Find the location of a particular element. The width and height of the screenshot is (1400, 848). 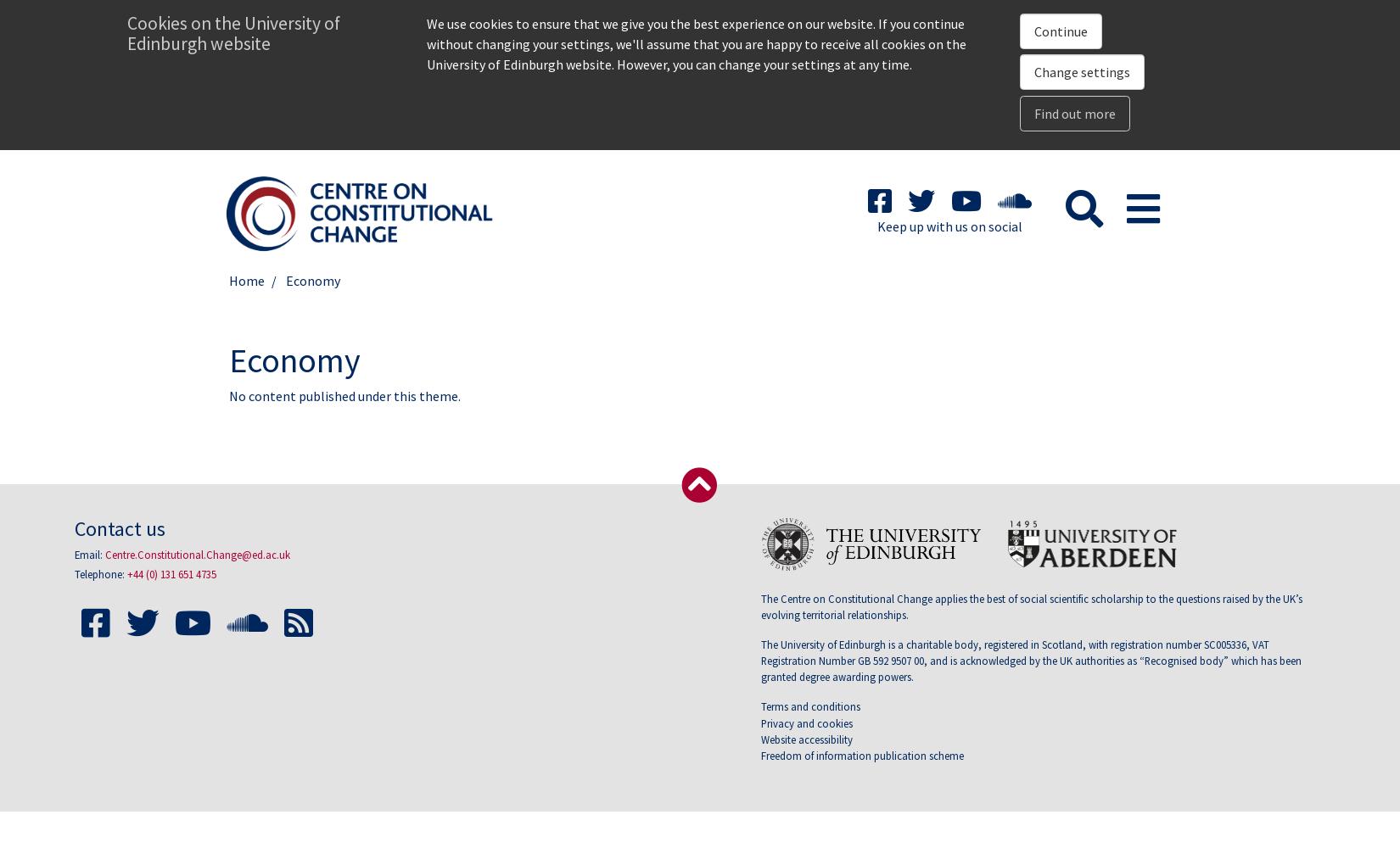

'Find out more' is located at coordinates (1073, 113).